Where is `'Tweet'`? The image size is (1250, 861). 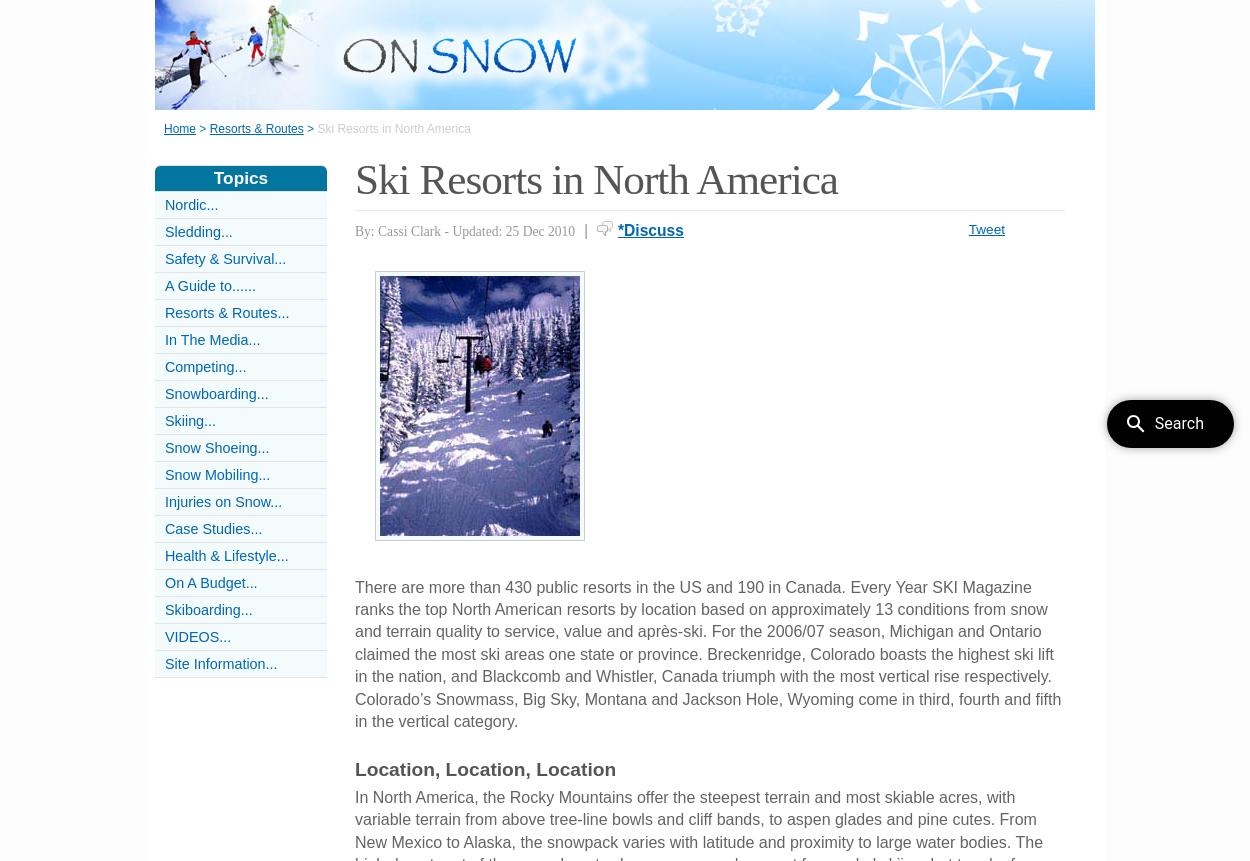
'Tweet' is located at coordinates (967, 228).